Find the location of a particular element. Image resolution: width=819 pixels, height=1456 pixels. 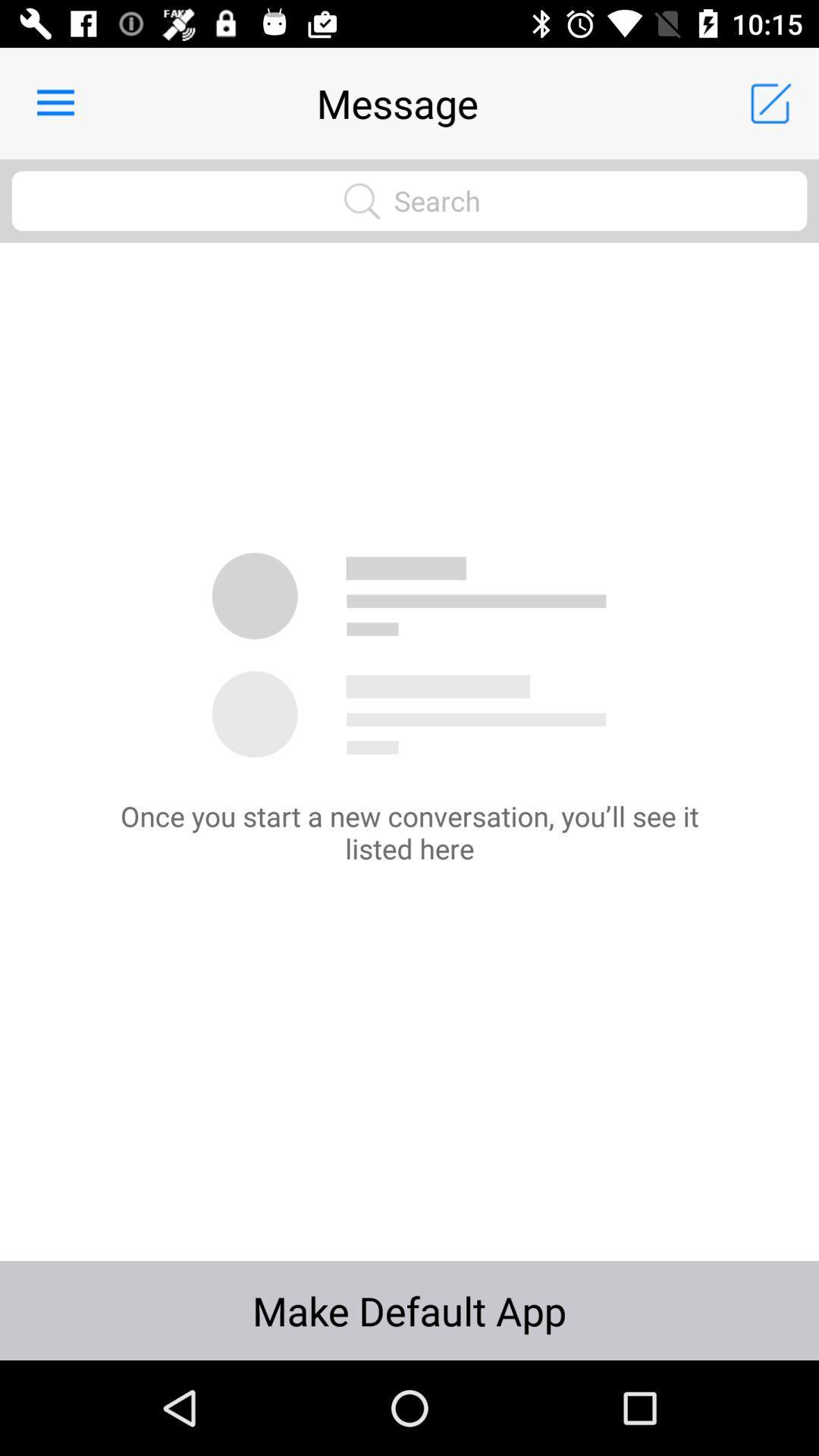

the icon next to message app is located at coordinates (55, 102).